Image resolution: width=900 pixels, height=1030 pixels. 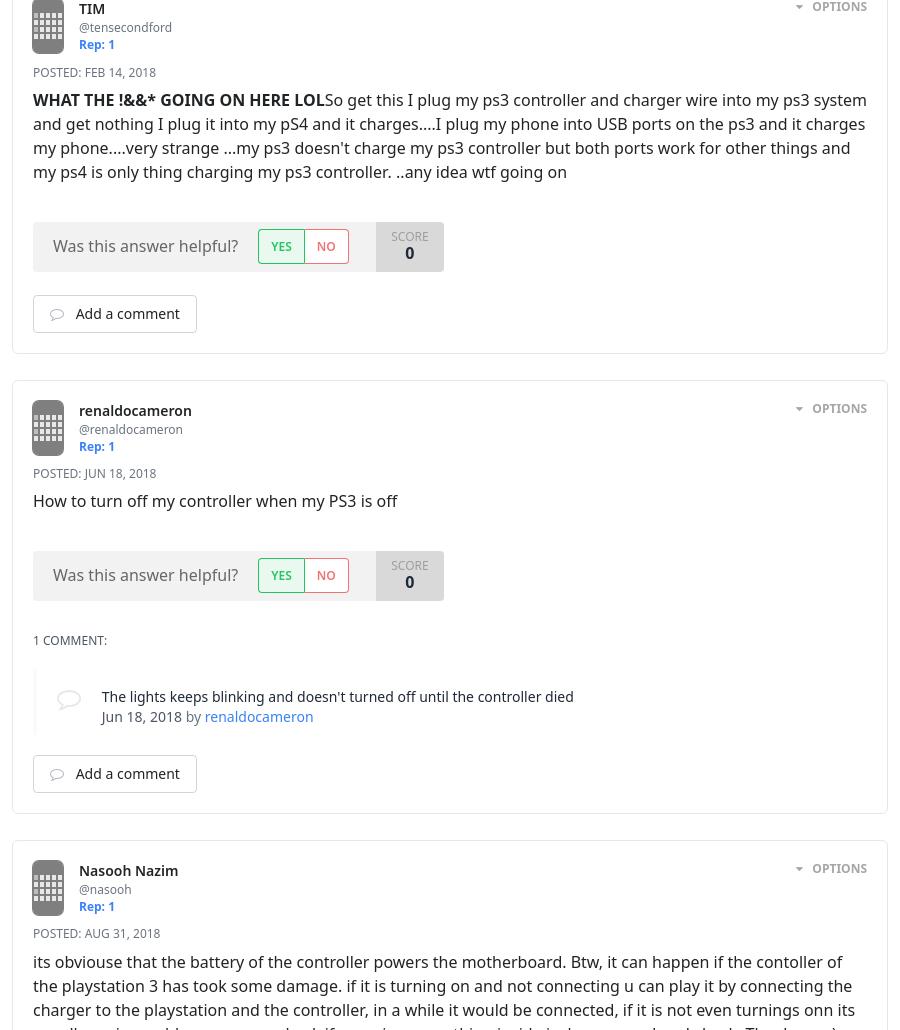 I want to click on 'So get this I plug my ps3 controller and  charger wire into my ps3 system and get nothing I plug it into my pS4 and it charges....I plug my phone into USB ports on the ps3 and it charges my phone....very strange ...my ps3 doesn't charge my ps3 controller but both ports work for other things and my ps4 is only thing charging my ps3 controller. ..any idea wtf going on', so click(x=449, y=134).